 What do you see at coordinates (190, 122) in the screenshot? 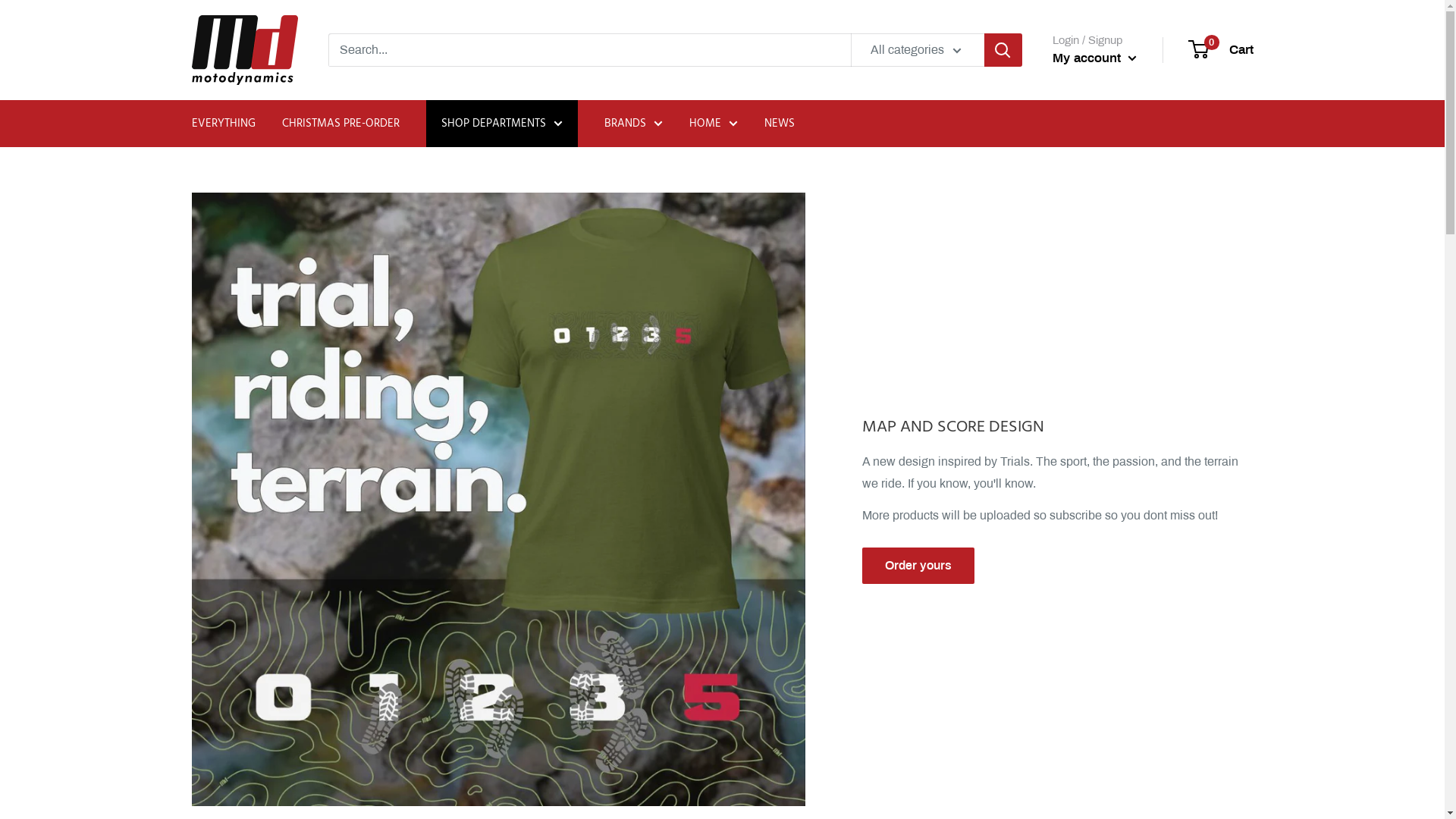
I see `'EVERYTHING'` at bounding box center [190, 122].